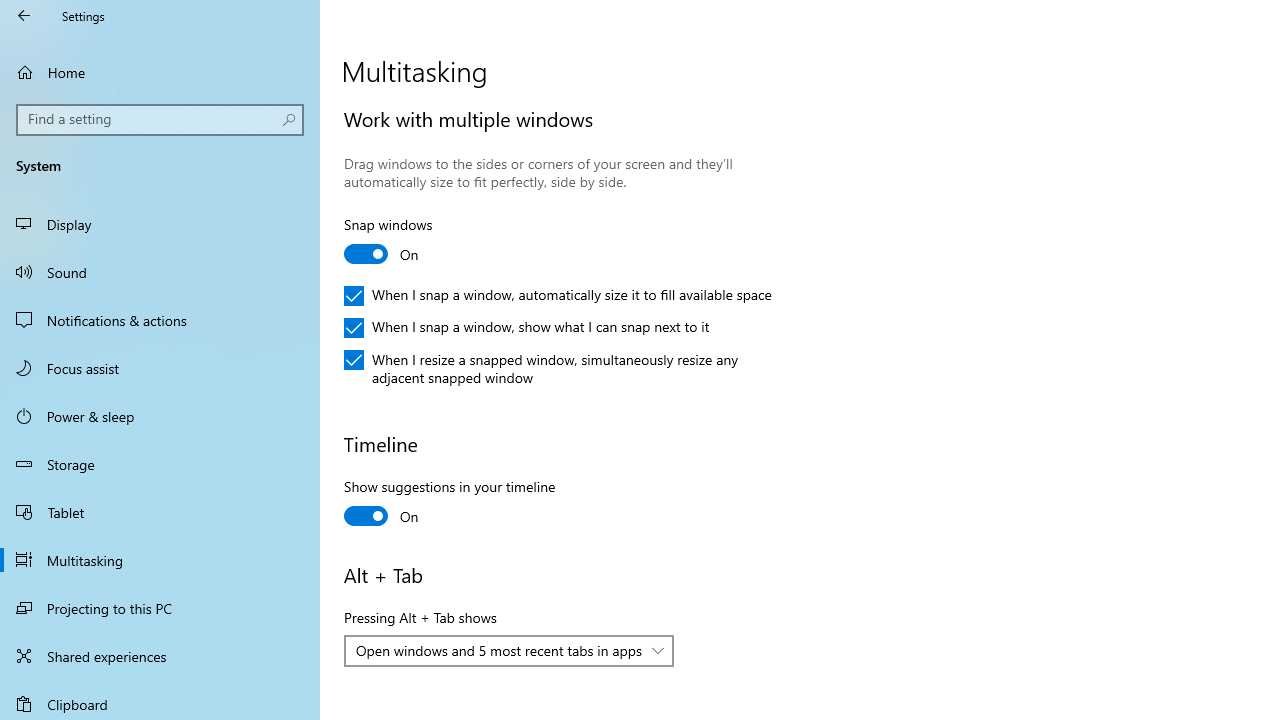 This screenshot has width=1280, height=720. Describe the element at coordinates (160, 414) in the screenshot. I see `'Power & sleep'` at that location.